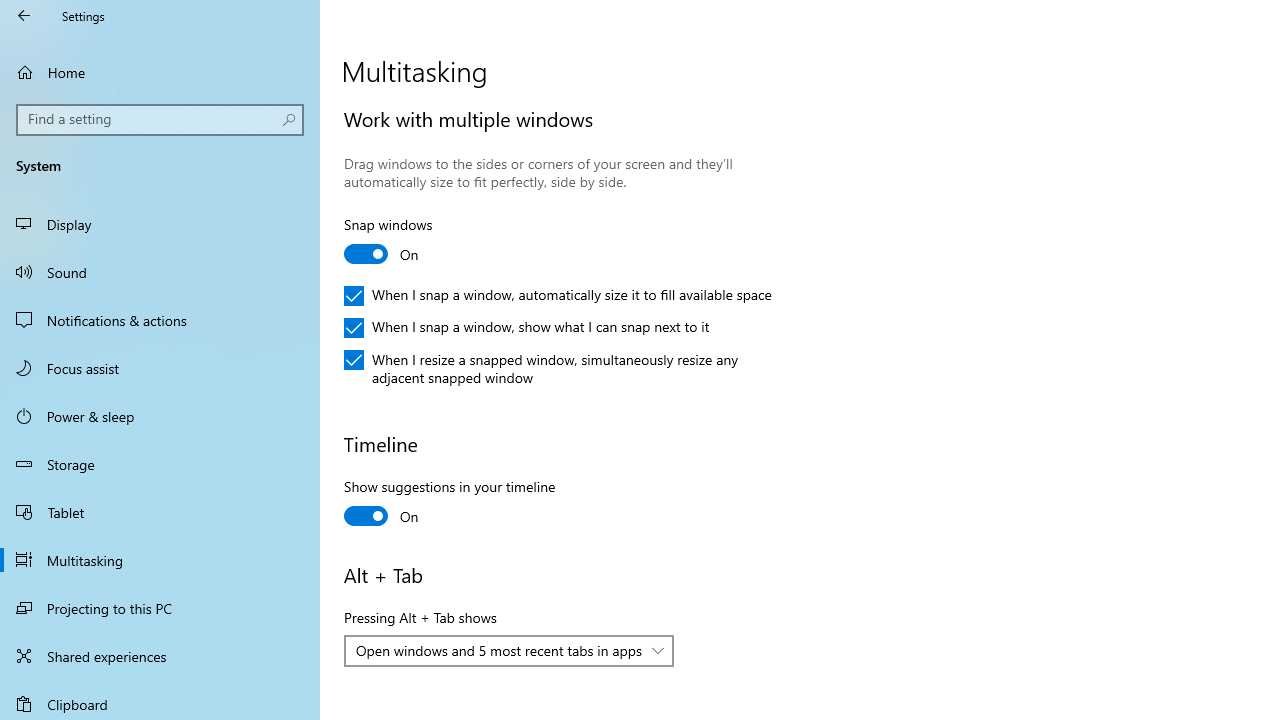 This screenshot has width=1280, height=720. Describe the element at coordinates (160, 414) in the screenshot. I see `'Power & sleep'` at that location.